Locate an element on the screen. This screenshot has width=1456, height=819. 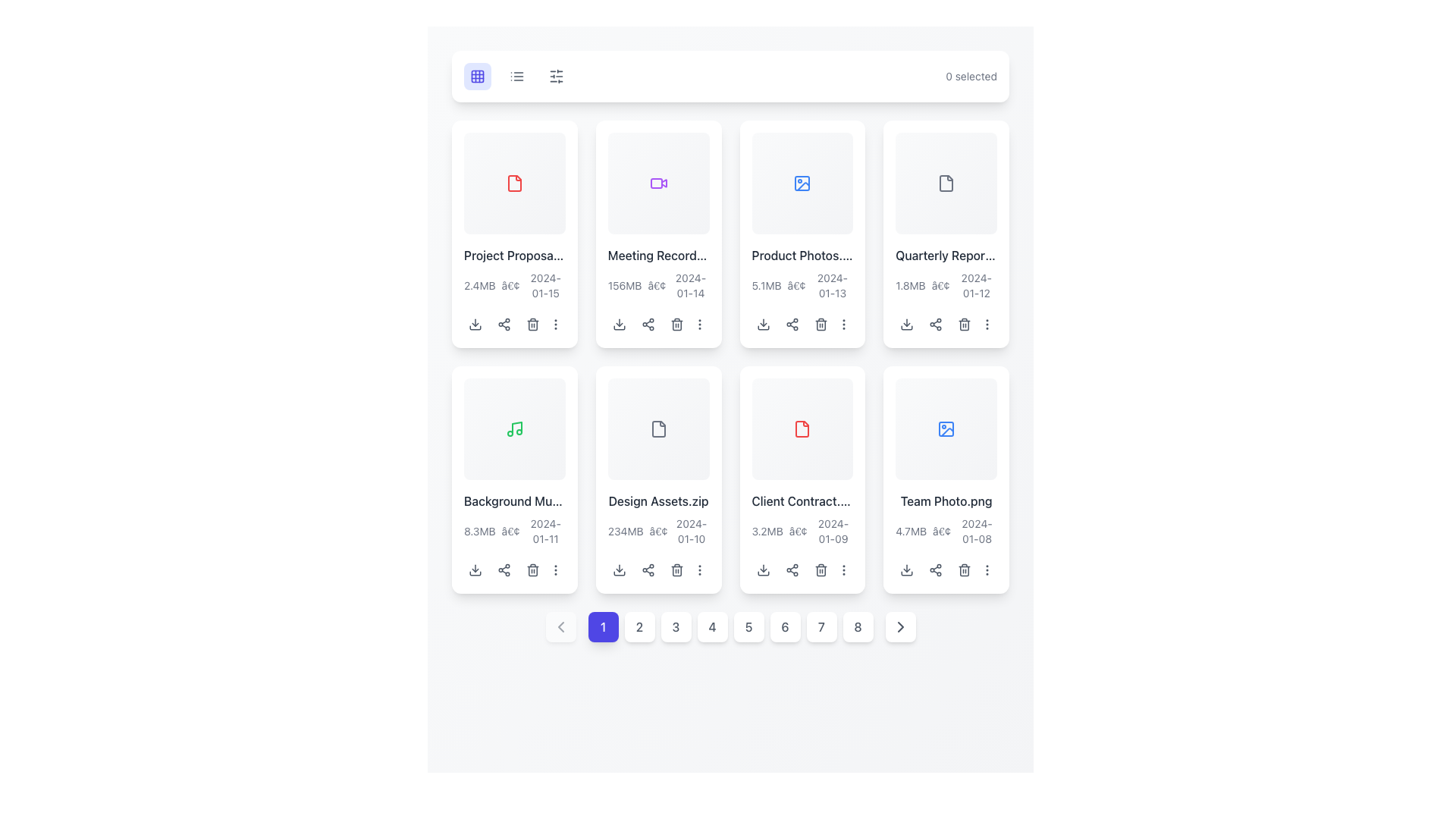
the bullet point symbol, which is centrally positioned between '3.2MB' and '2024-01-09' in the display of file size, symbol, and date is located at coordinates (797, 530).